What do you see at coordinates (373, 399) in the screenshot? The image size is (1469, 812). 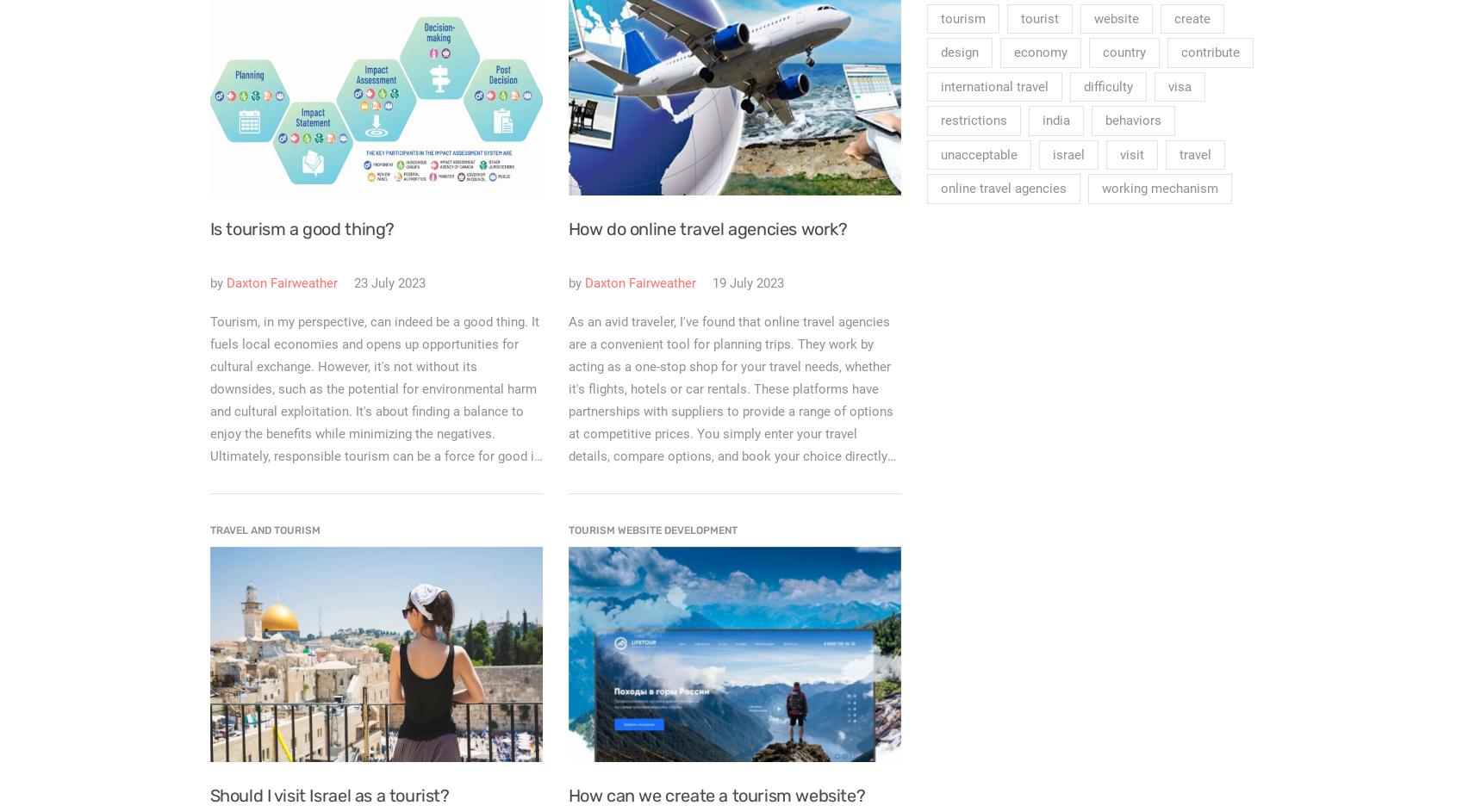 I see `'Tourism, in my perspective, can indeed be a good thing. It fuels local economies and opens up opportunities for cultural exchange. However, it's not without its downsides, such as the potential for environmental harm and cultural exploitation. It's about finding a balance to enjoy the benefits while minimizing the negatives. Ultimately, responsible tourism can be a force for good in the world.'` at bounding box center [373, 399].